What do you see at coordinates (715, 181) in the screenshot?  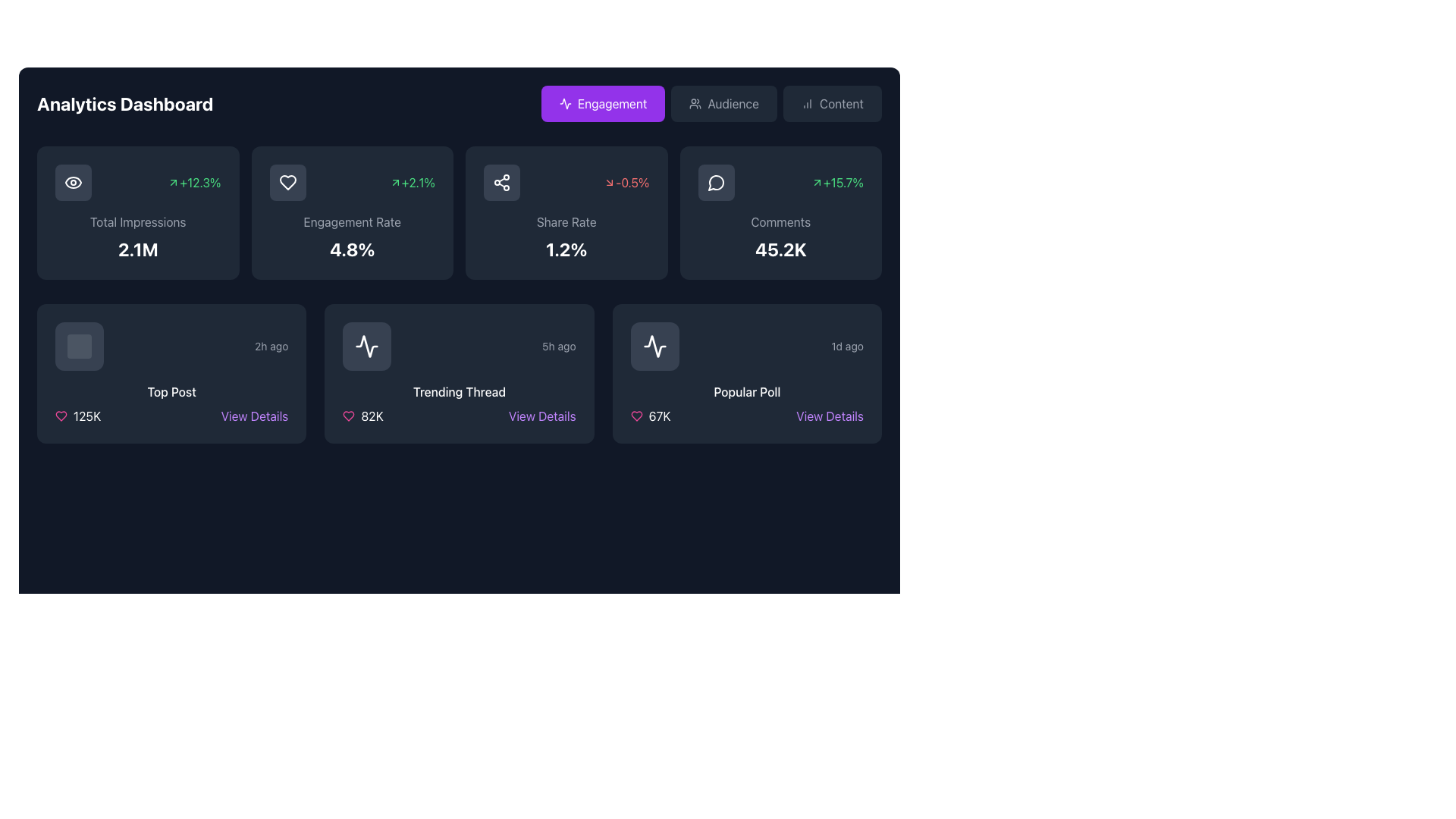 I see `the rounded rectangular icon with a dark gray background and white speech bubble outline located in the top row of cards under the 'Comments' metric, specifically on the rightmost card, without interacting` at bounding box center [715, 181].